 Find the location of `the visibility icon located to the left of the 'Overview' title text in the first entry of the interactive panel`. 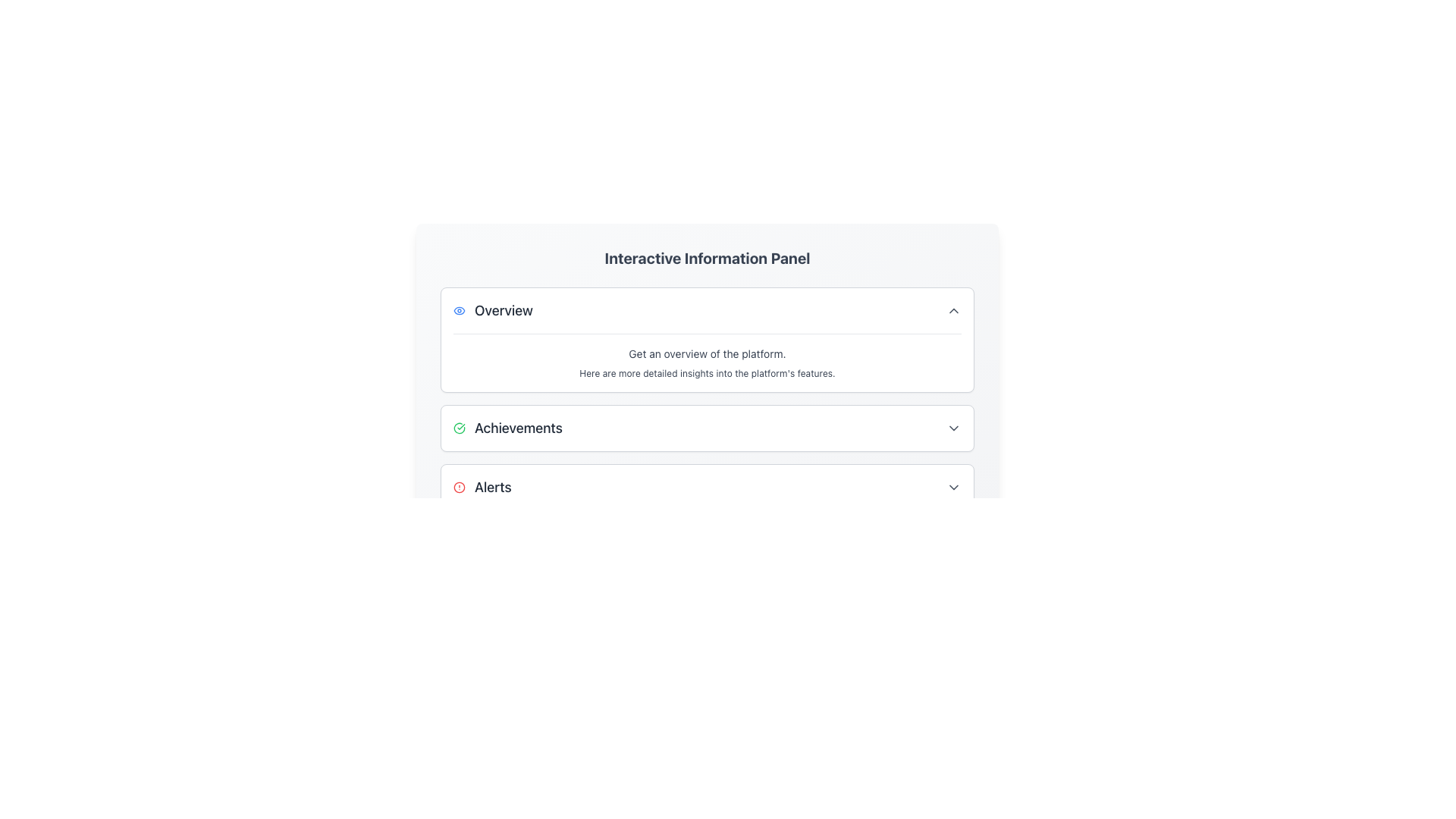

the visibility icon located to the left of the 'Overview' title text in the first entry of the interactive panel is located at coordinates (458, 309).